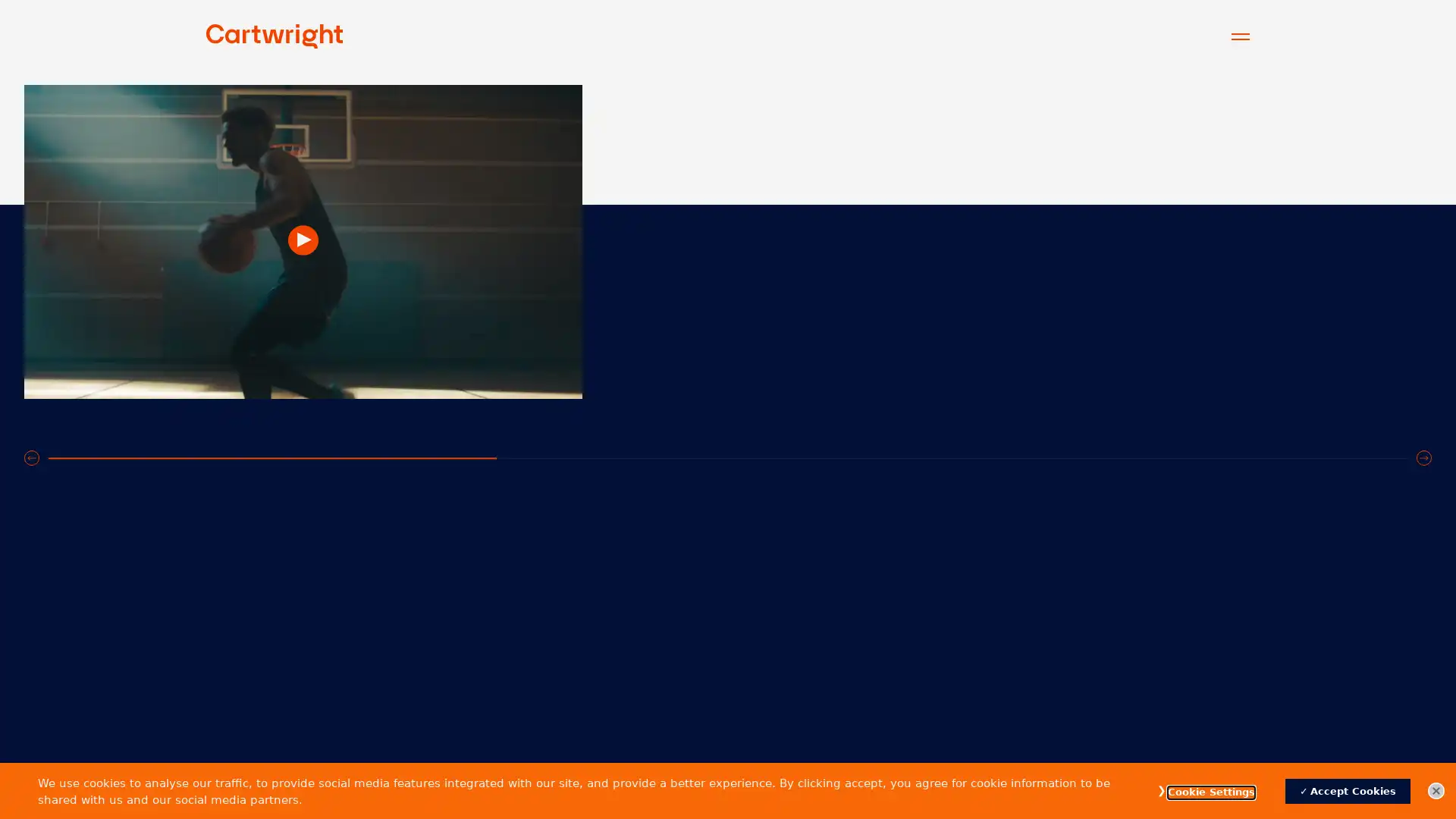 Image resolution: width=1456 pixels, height=819 pixels. Describe the element at coordinates (1436, 789) in the screenshot. I see `Close` at that location.